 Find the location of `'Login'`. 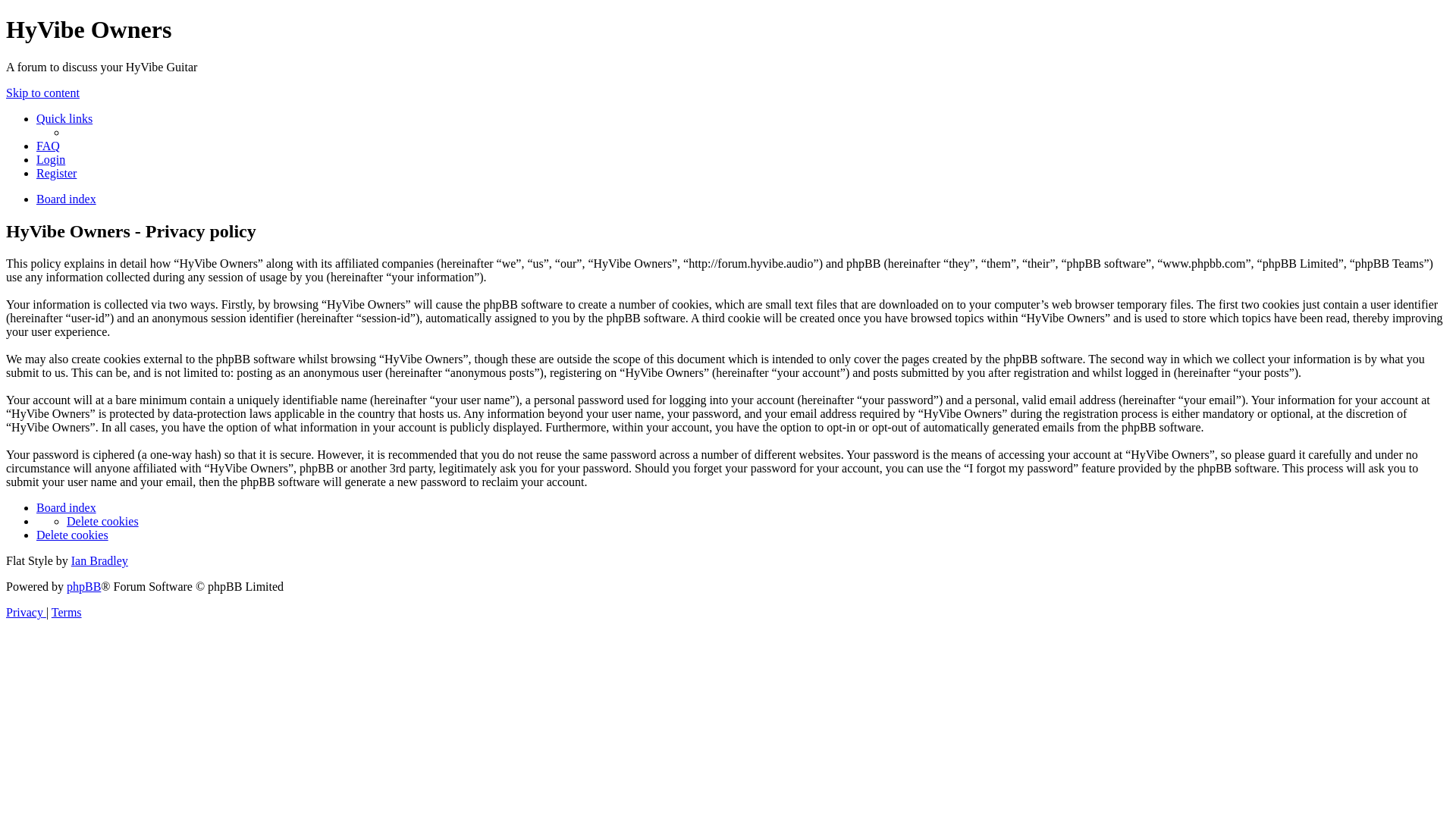

'Login' is located at coordinates (51, 159).